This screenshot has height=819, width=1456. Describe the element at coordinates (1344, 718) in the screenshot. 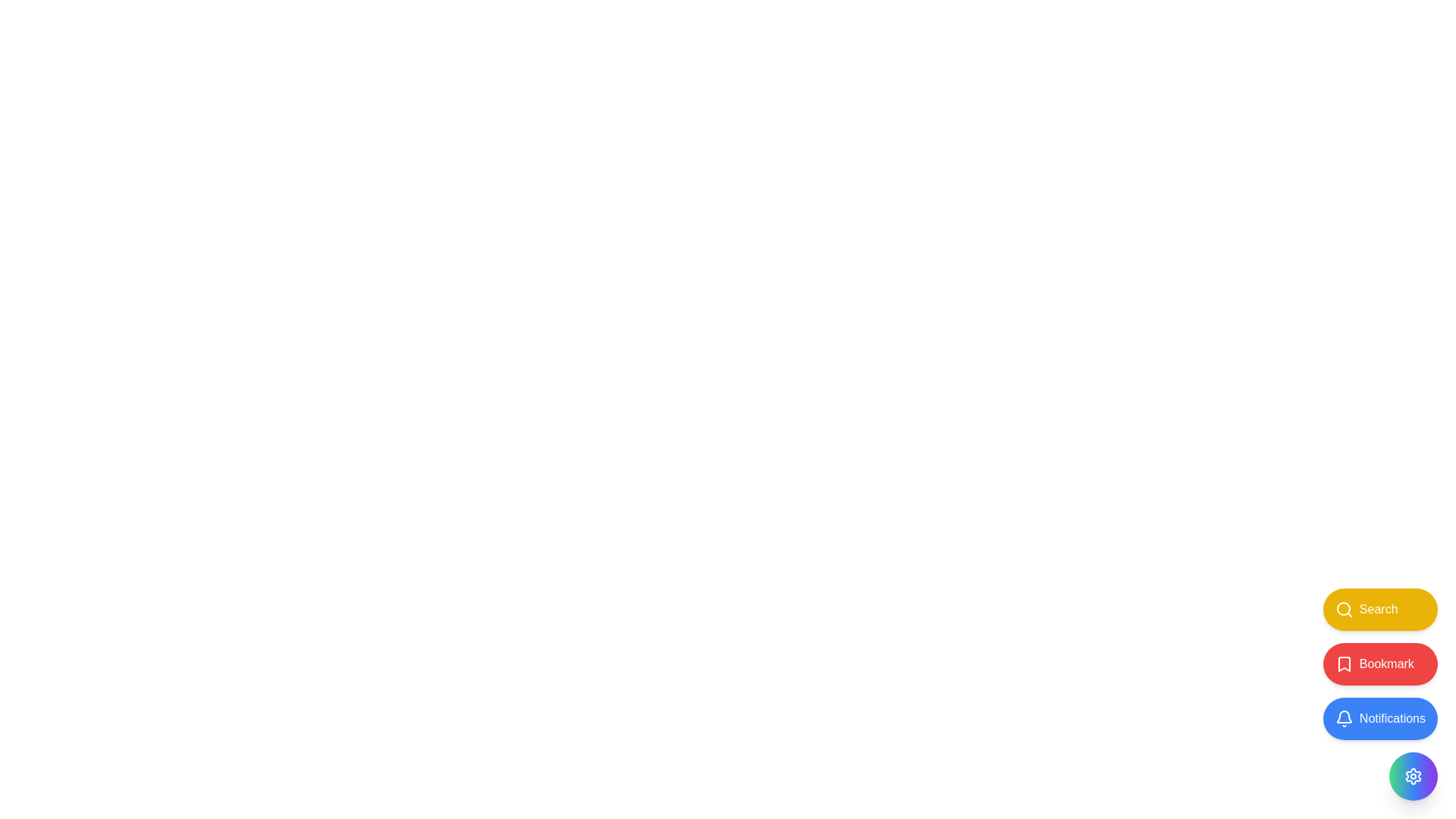

I see `the bell icon within the 'Notifications' button, which is styled as a line-drawing and located in the bottom-right vertical menu` at that location.